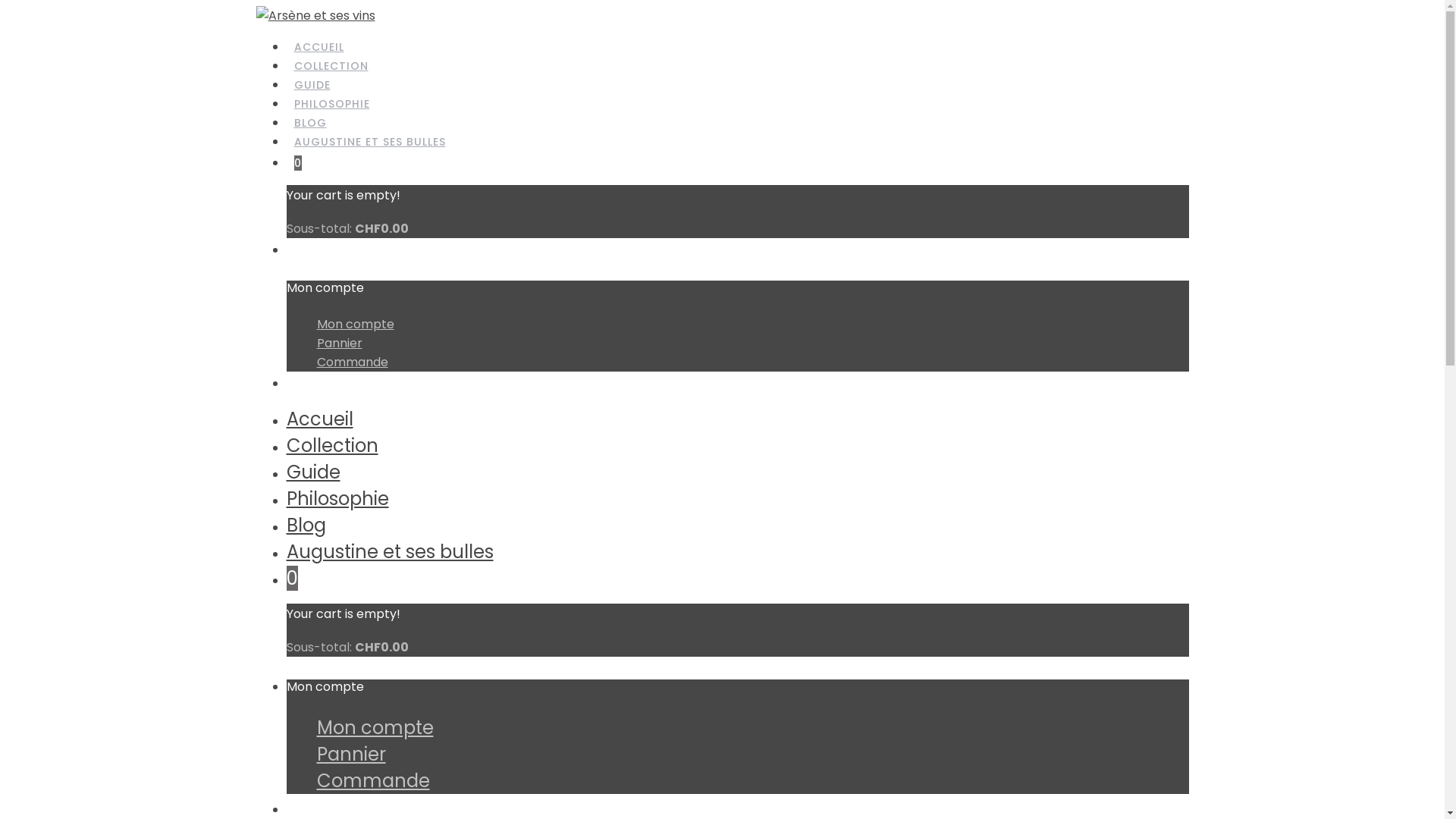 Image resolution: width=1456 pixels, height=819 pixels. I want to click on 'Accueil', so click(319, 419).